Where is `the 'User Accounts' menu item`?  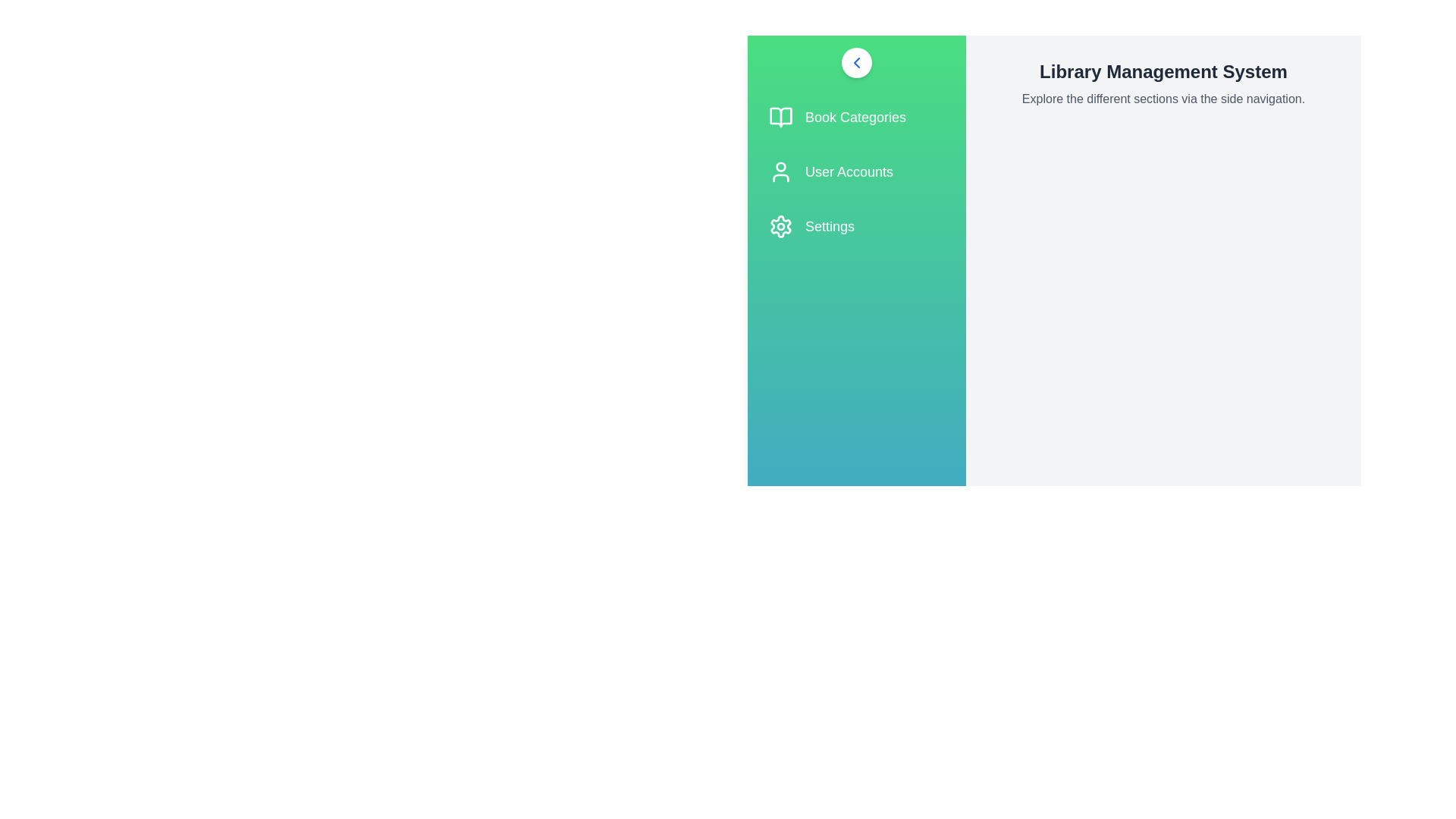
the 'User Accounts' menu item is located at coordinates (856, 171).